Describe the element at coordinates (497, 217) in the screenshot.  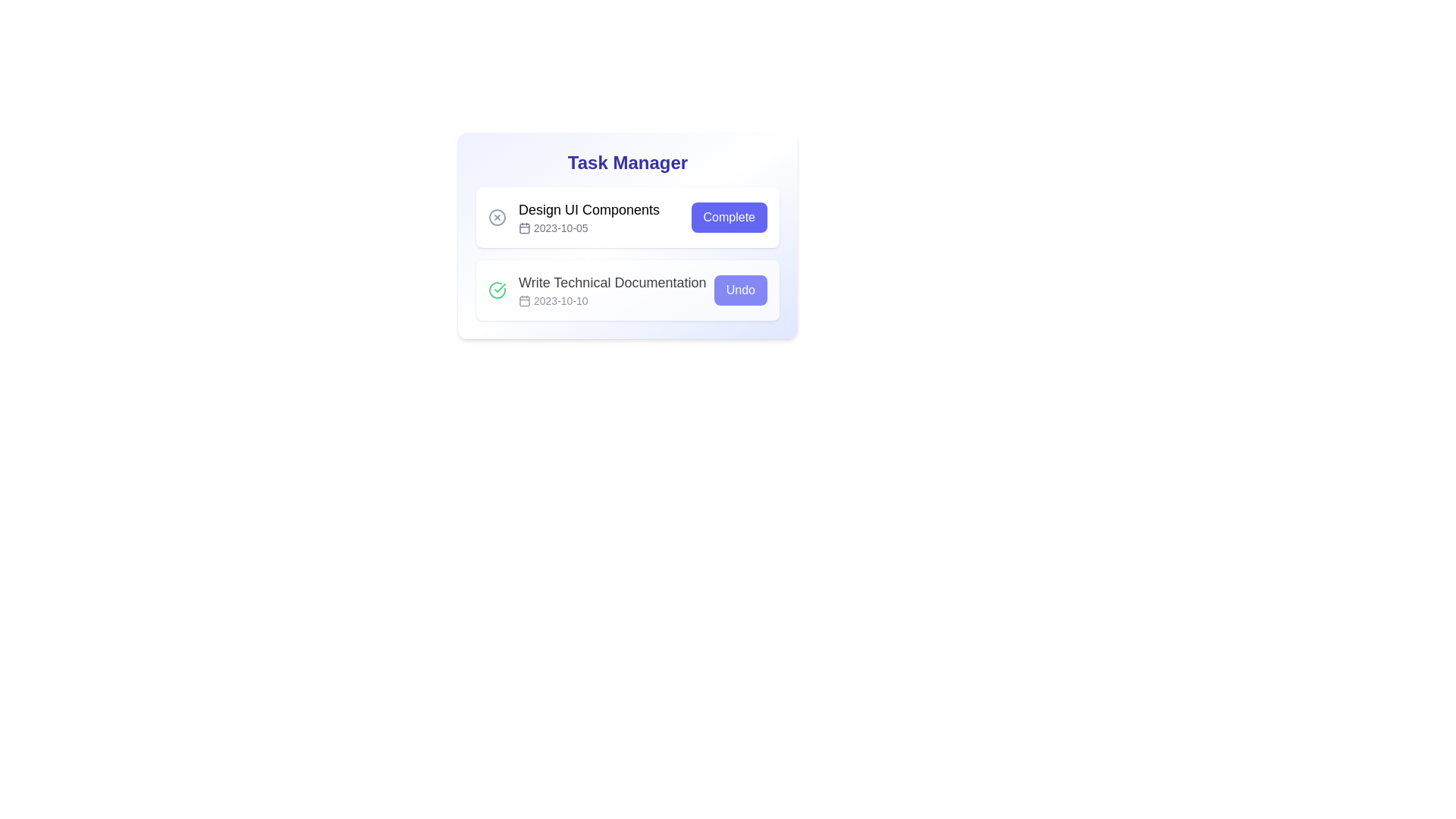
I see `the task icon Design UI Components to toggle its completion state` at that location.